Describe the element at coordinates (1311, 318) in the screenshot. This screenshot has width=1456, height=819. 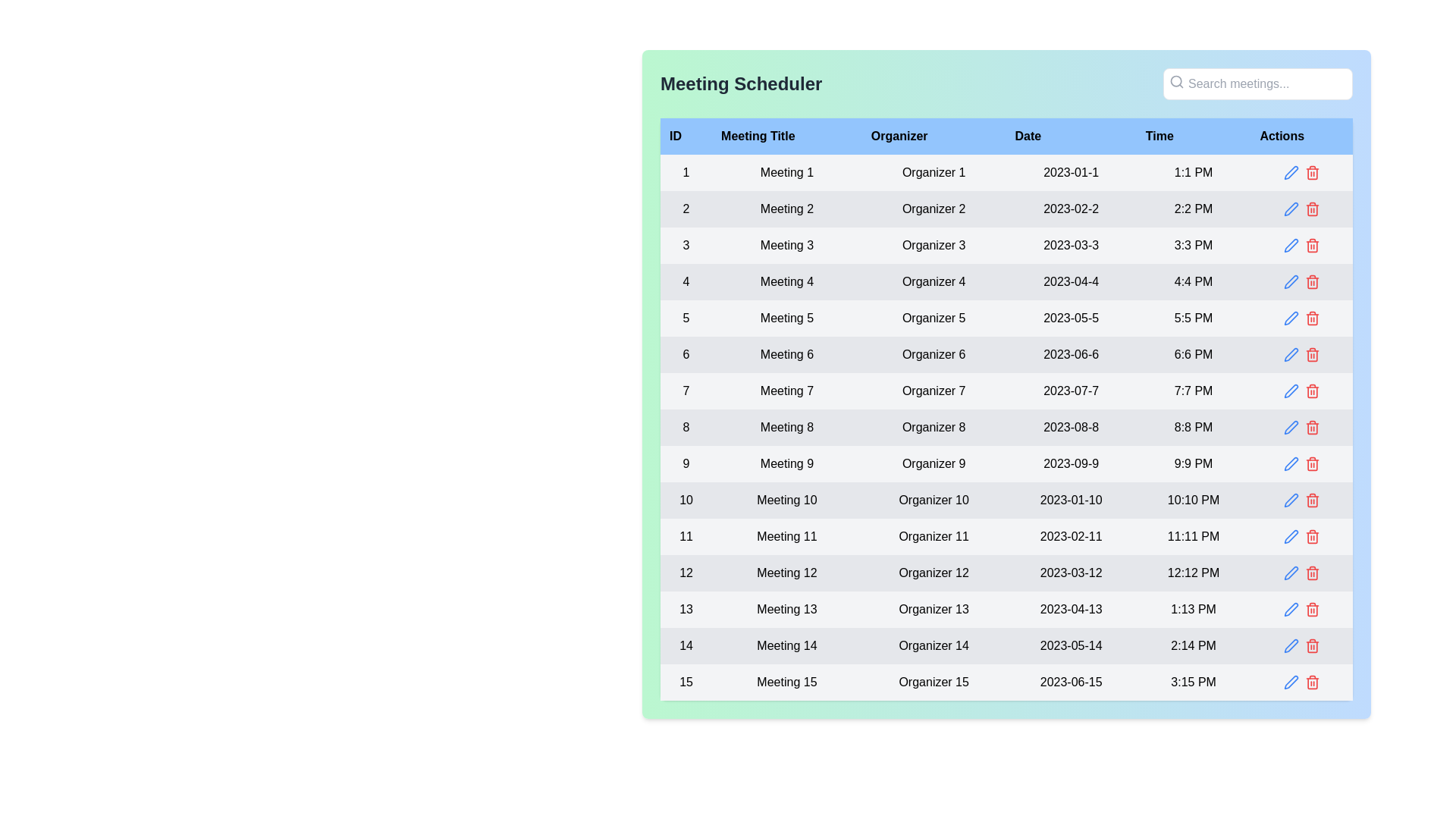
I see `the Delete button with an interactive icon in the Actions section of meeting 5` at that location.